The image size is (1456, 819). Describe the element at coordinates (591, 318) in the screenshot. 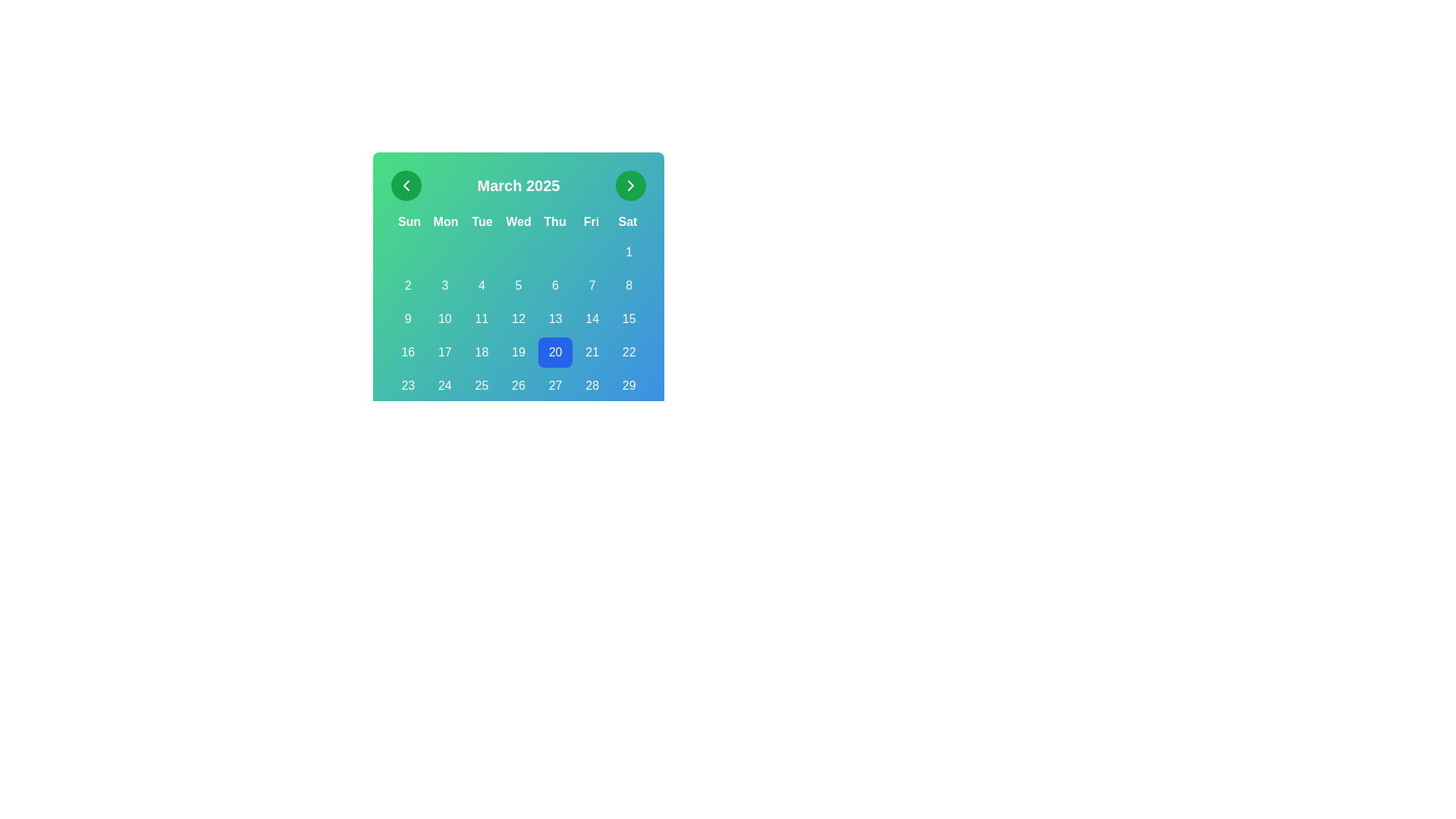

I see `the selectable calendar day button for the 14th of the month, located in the third week row and sixth column of the date picker interface` at that location.